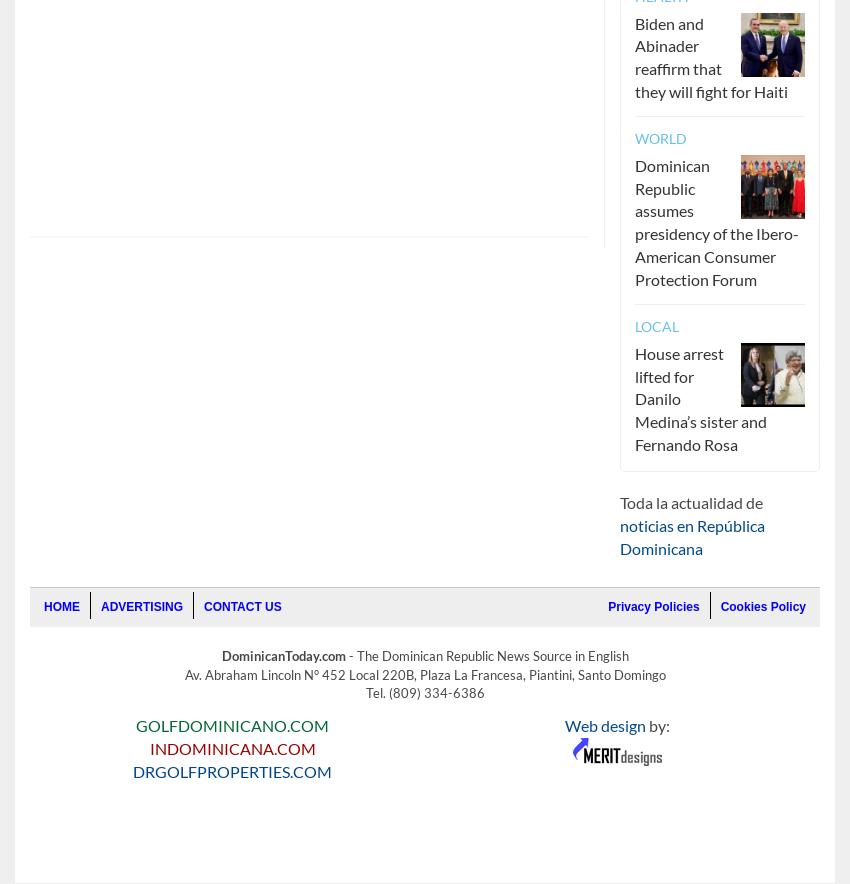 This screenshot has width=850, height=884. Describe the element at coordinates (762, 607) in the screenshot. I see `'Cookies Policy'` at that location.